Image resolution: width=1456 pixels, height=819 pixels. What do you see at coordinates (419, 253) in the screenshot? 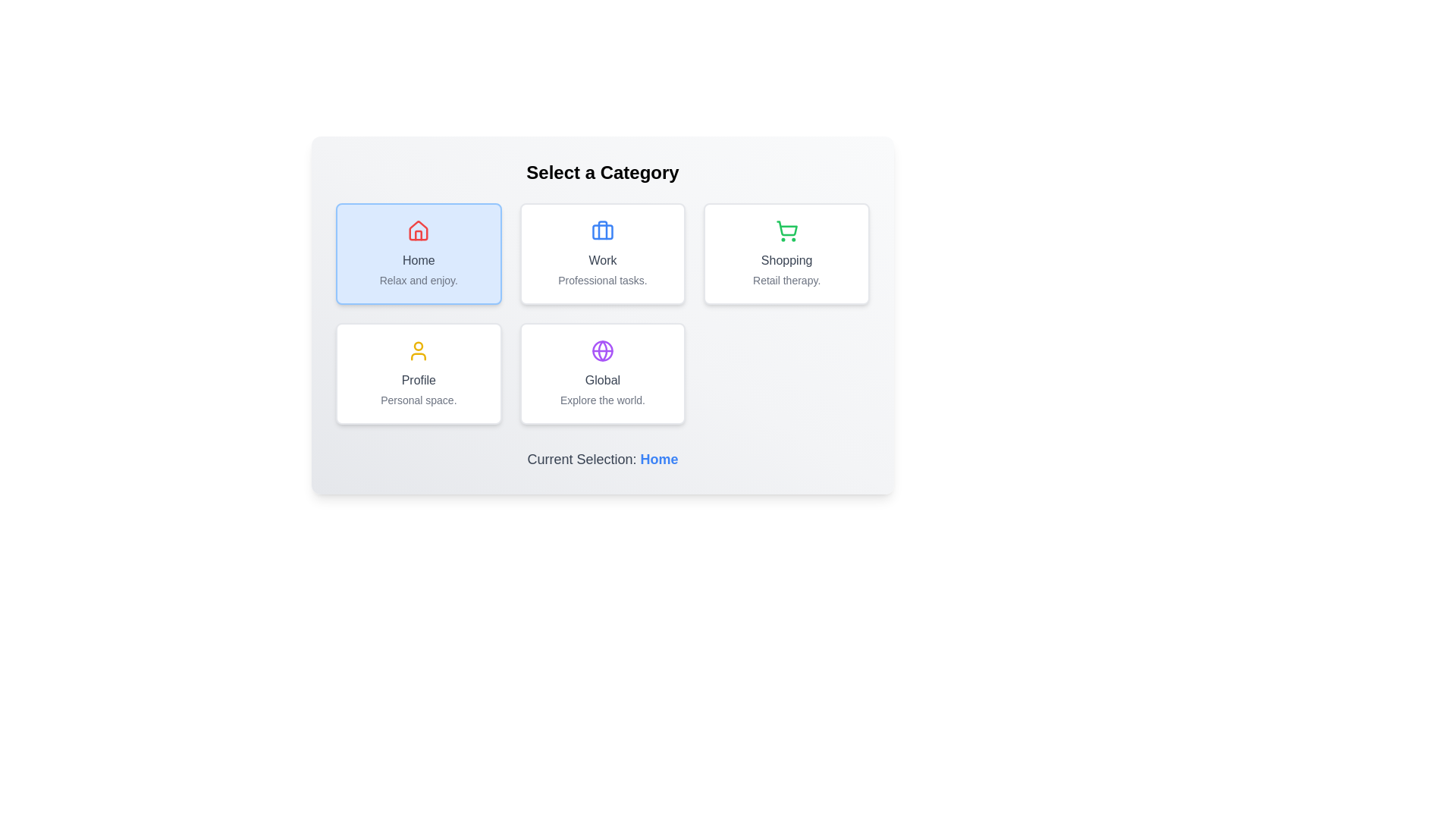
I see `the category Home by clicking its corresponding button` at bounding box center [419, 253].